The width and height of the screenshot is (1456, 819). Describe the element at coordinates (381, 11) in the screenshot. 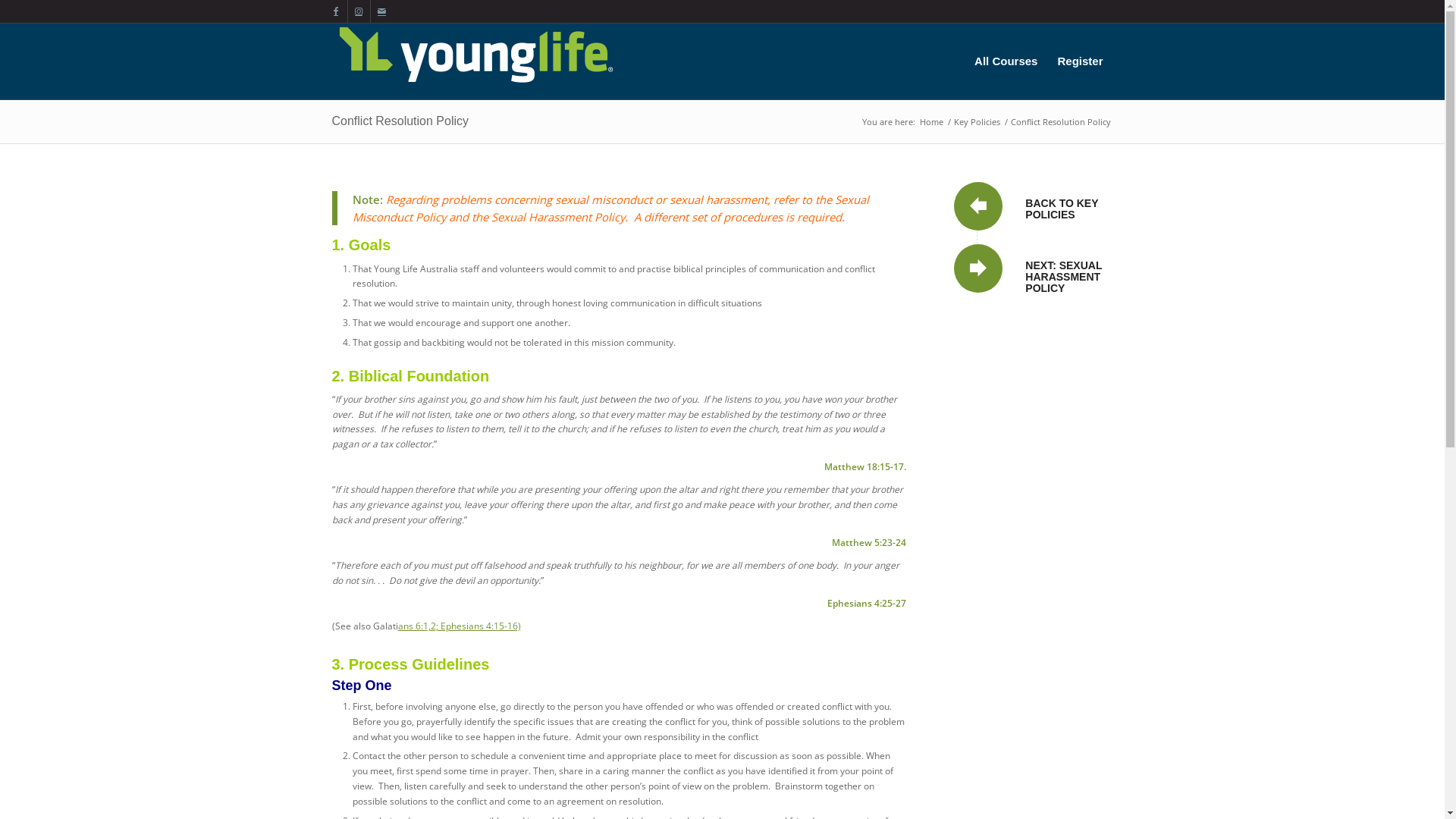

I see `'Mail'` at that location.